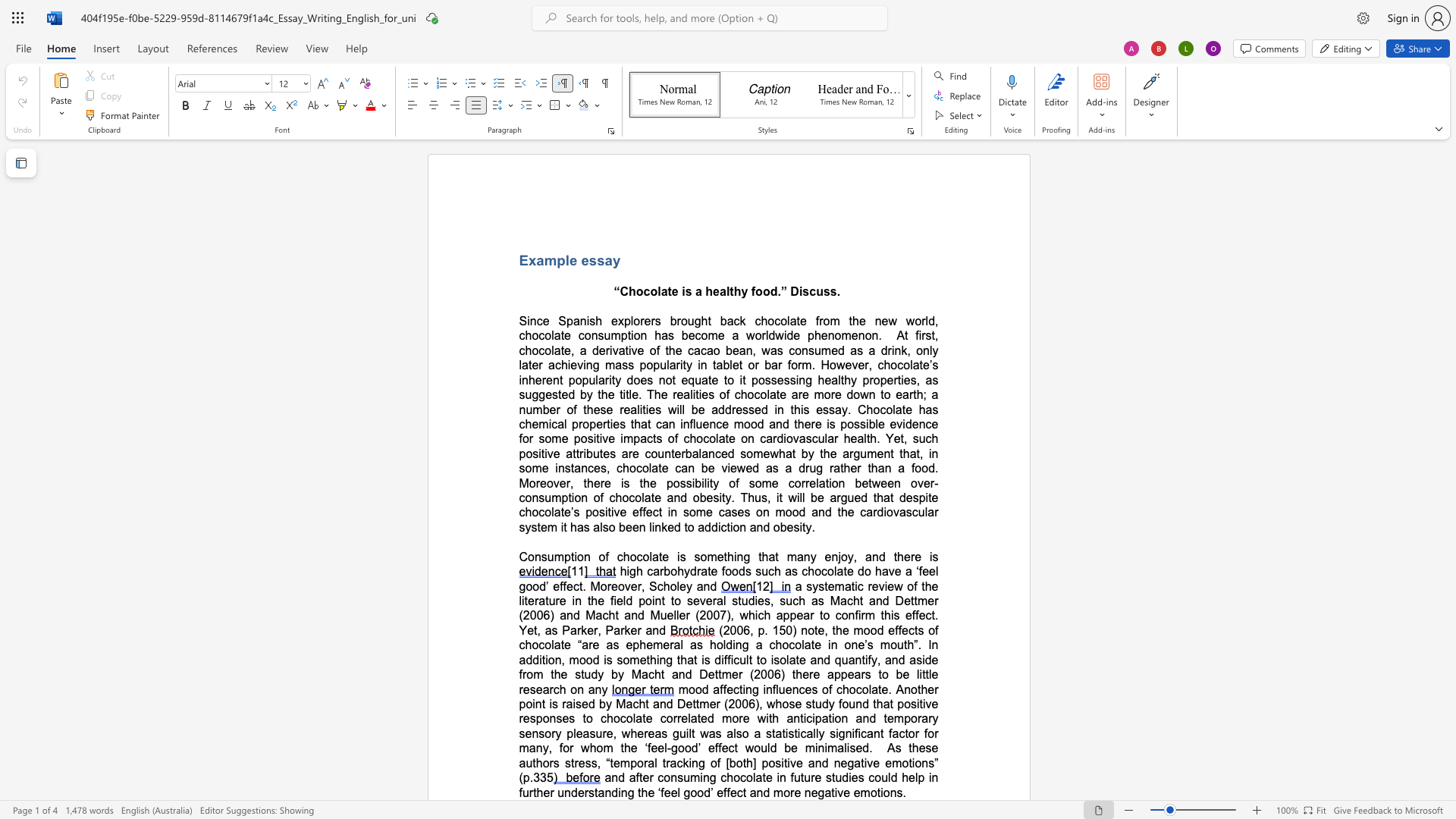  Describe the element at coordinates (762, 291) in the screenshot. I see `the space between the continuous character "o" and "o" in the text` at that location.